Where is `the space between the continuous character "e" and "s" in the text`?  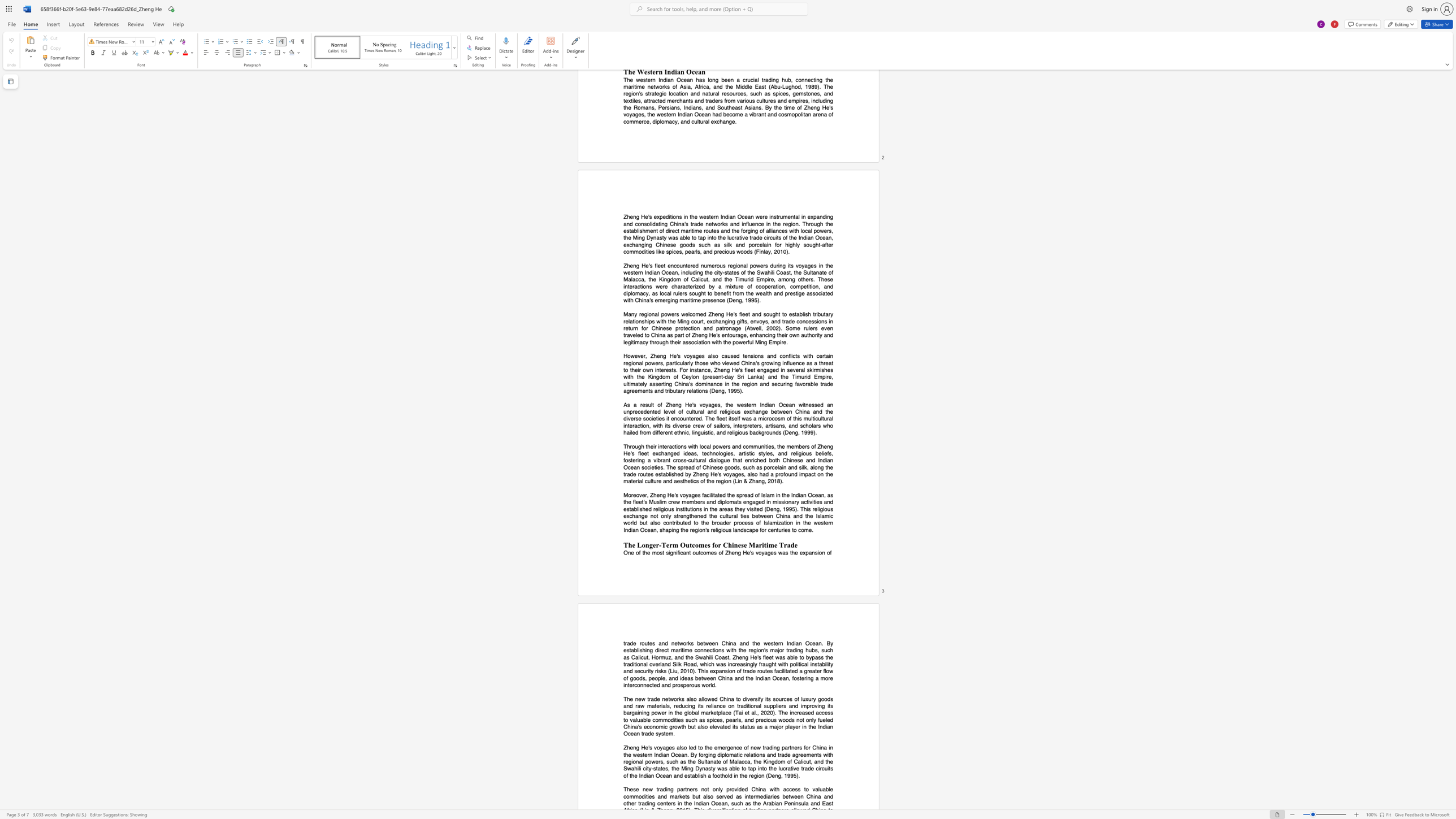
the space between the continuous character "e" and "s" in the text is located at coordinates (658, 474).